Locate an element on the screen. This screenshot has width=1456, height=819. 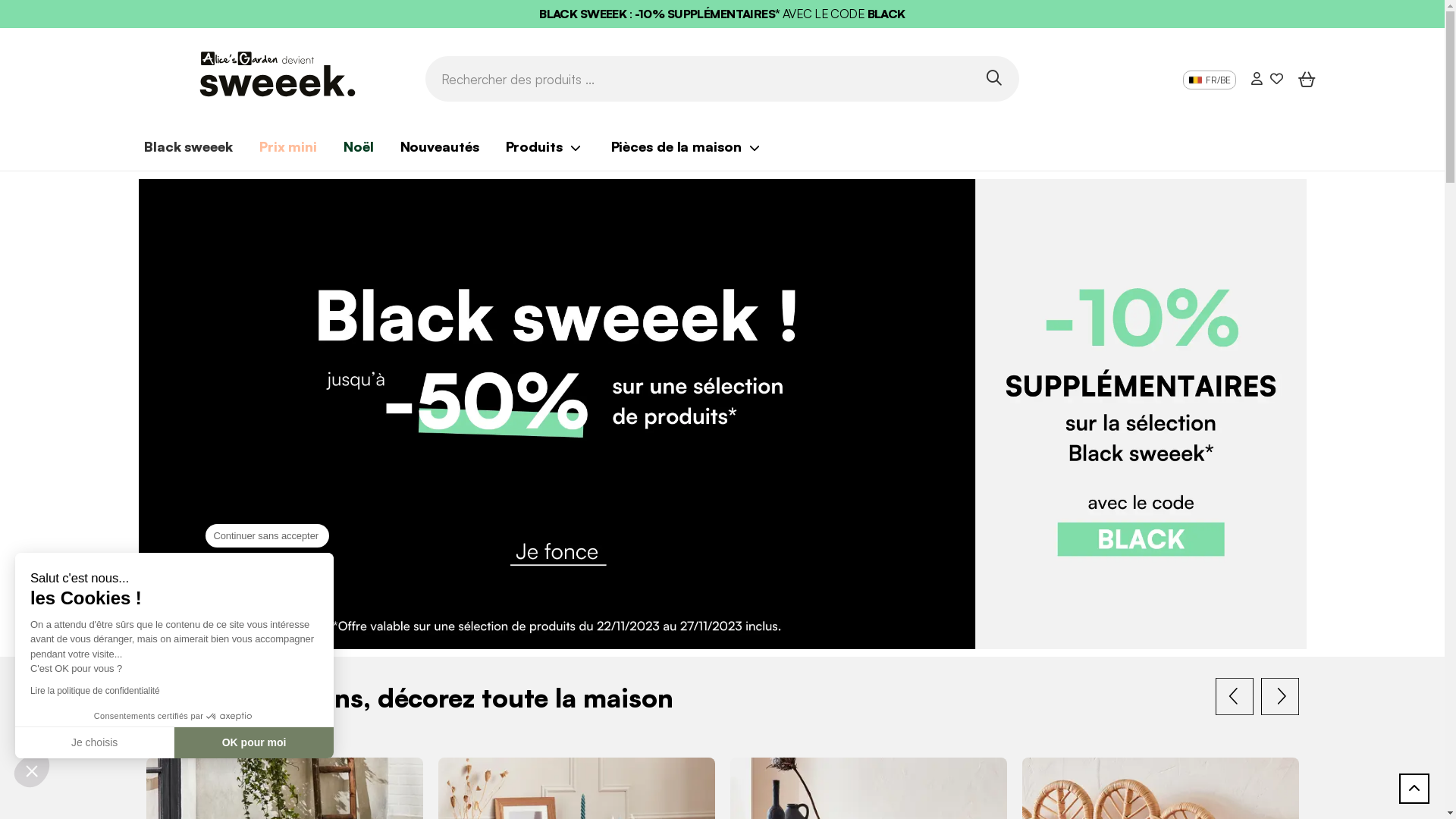
'Je choisis' is located at coordinates (93, 742).